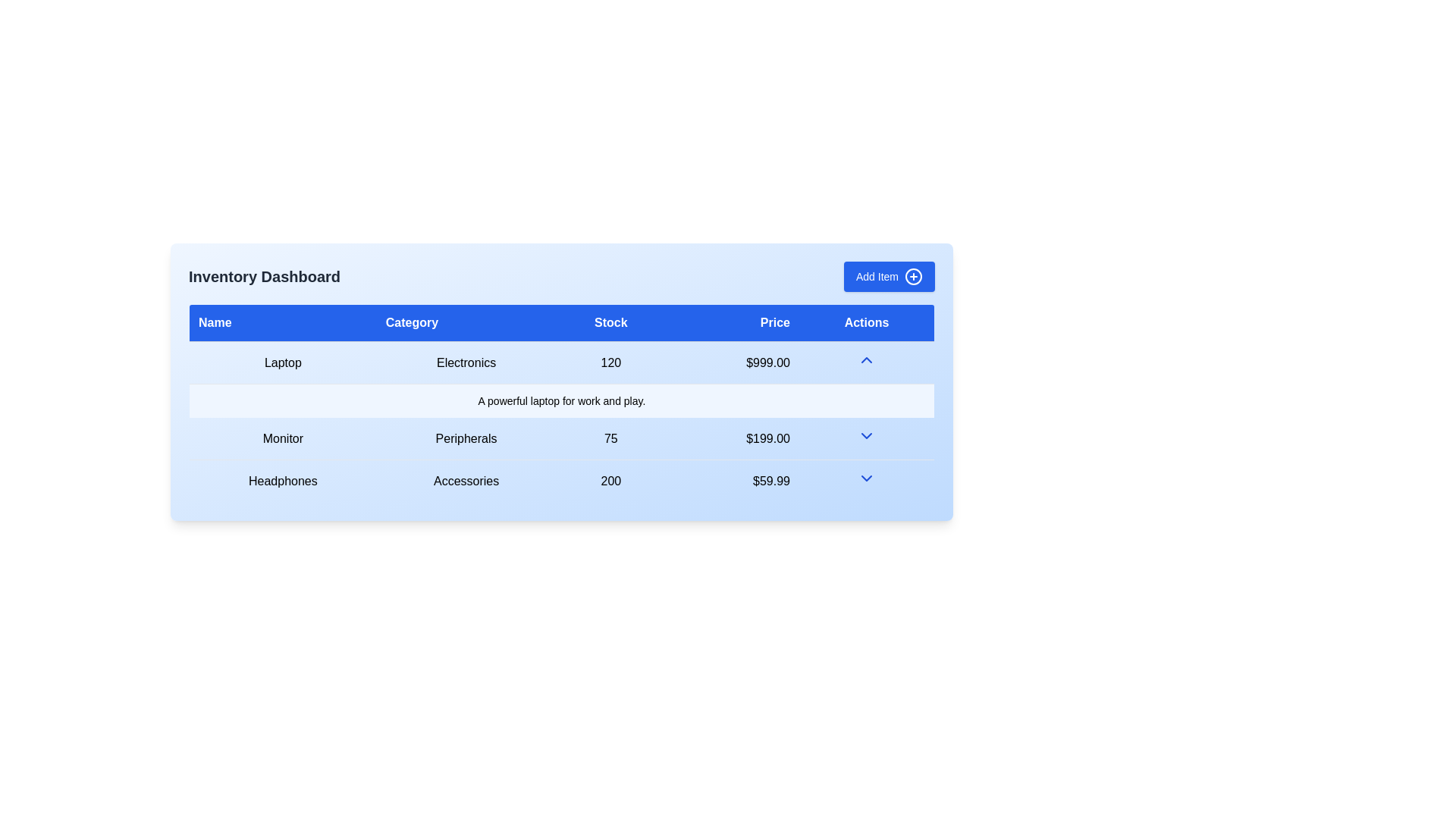  What do you see at coordinates (912, 277) in the screenshot?
I see `the circular outline of the 'Add Item' button, which indicates the 'add' functionality, located at the top right of the interface` at bounding box center [912, 277].